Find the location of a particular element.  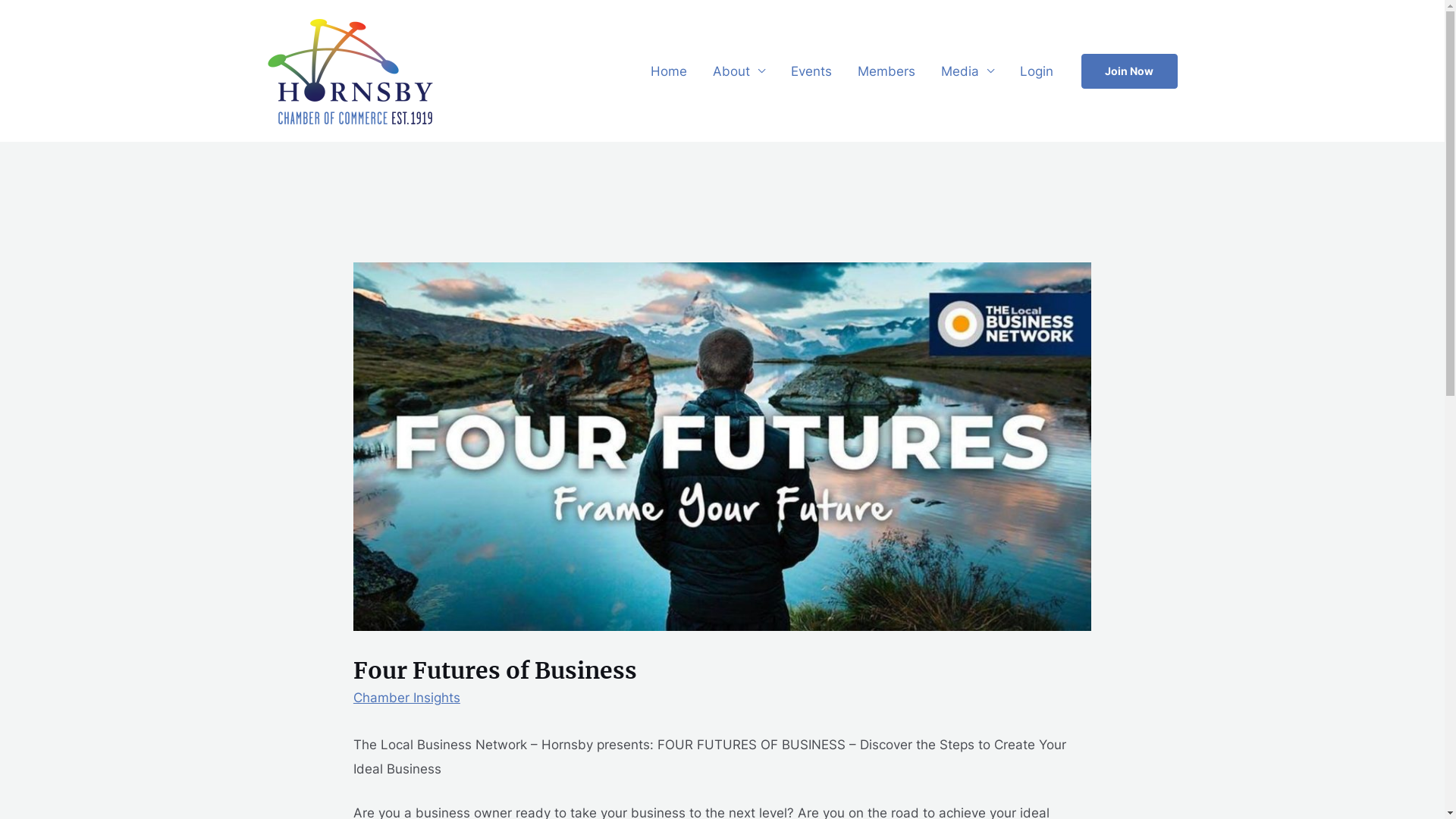

'Chamber Insights' is located at coordinates (406, 698).